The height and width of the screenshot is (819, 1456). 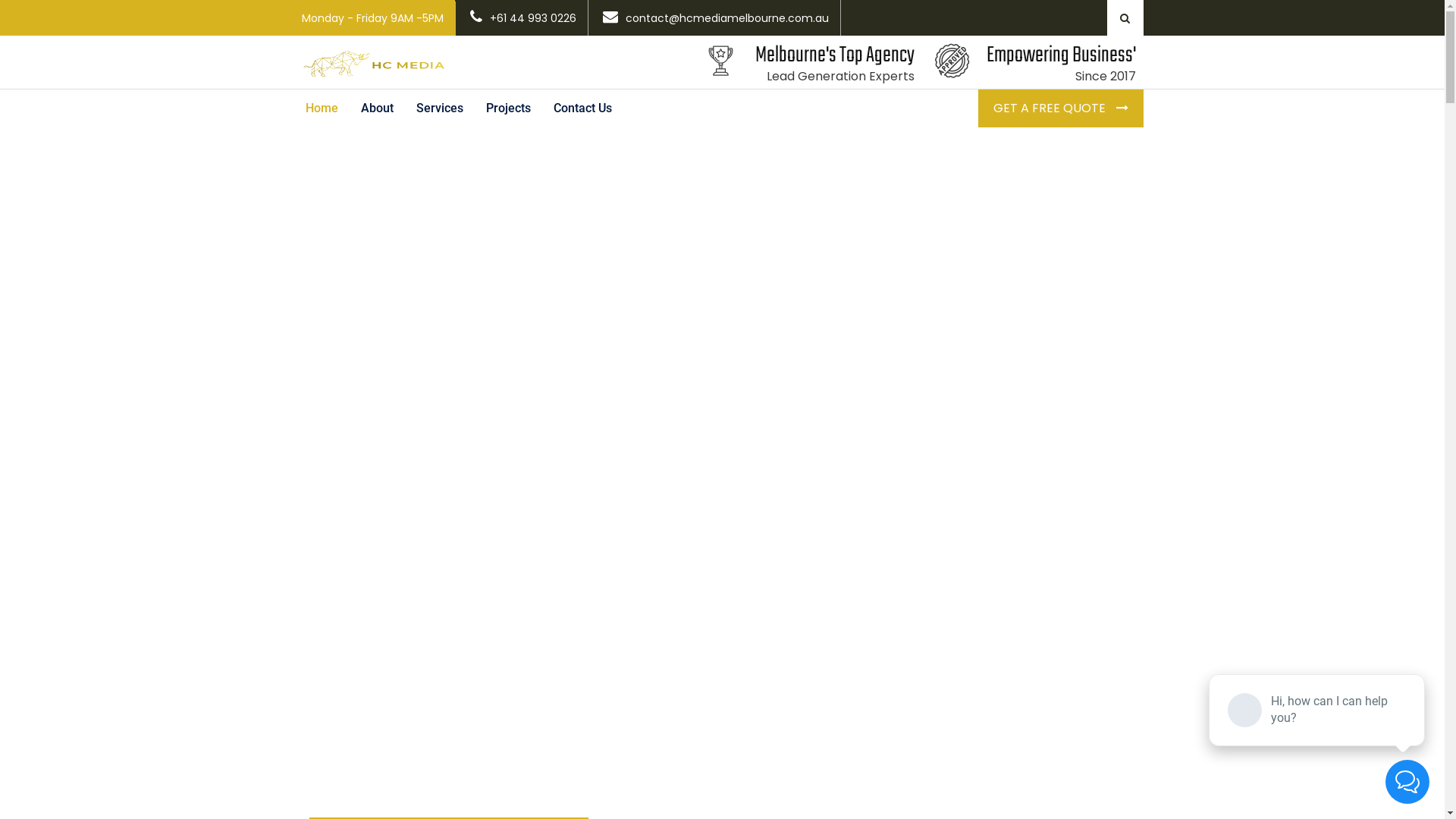 I want to click on 'Home', so click(x=321, y=107).